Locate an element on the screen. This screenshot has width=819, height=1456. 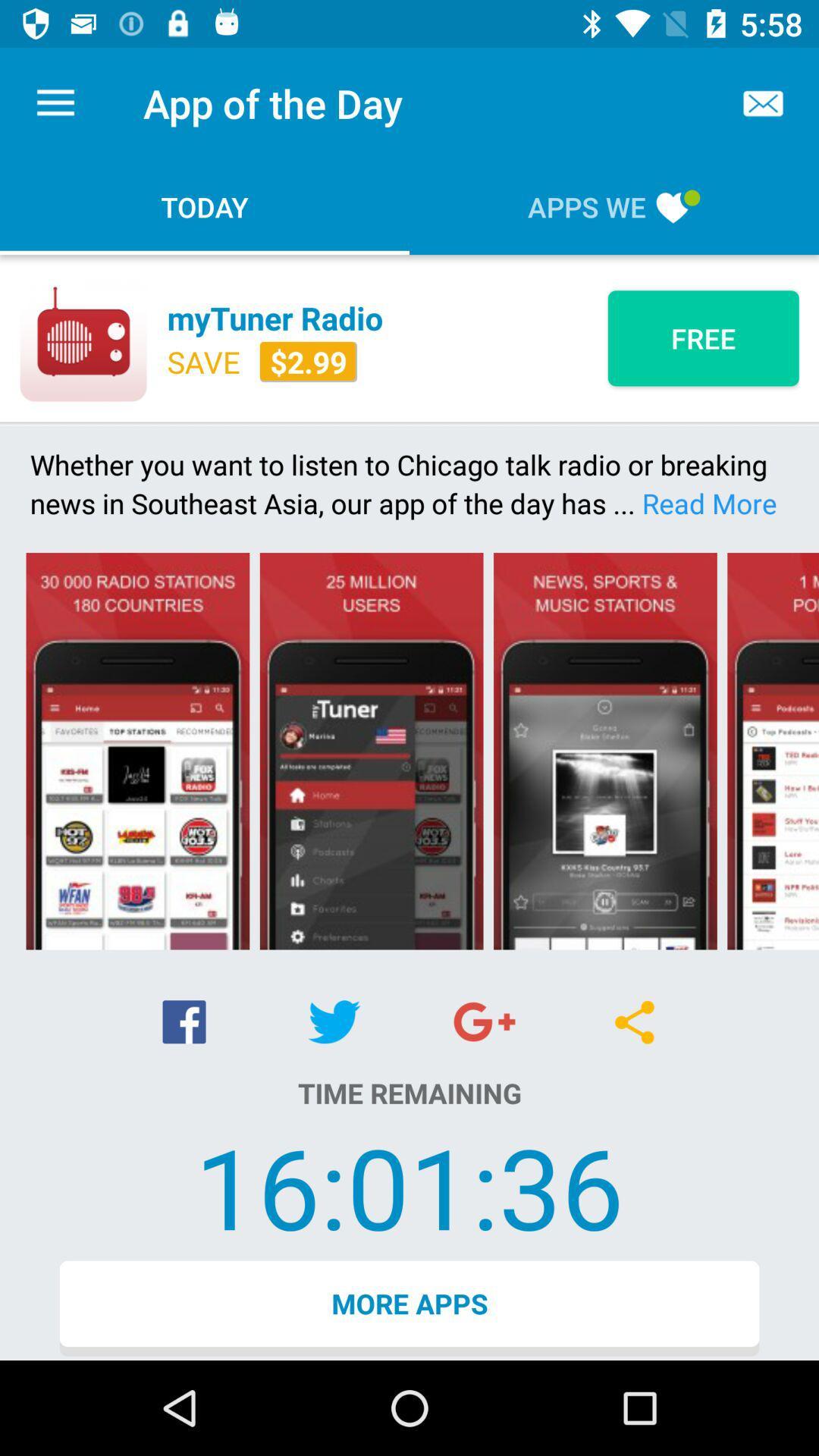
the item above time remaining icon is located at coordinates (485, 1021).